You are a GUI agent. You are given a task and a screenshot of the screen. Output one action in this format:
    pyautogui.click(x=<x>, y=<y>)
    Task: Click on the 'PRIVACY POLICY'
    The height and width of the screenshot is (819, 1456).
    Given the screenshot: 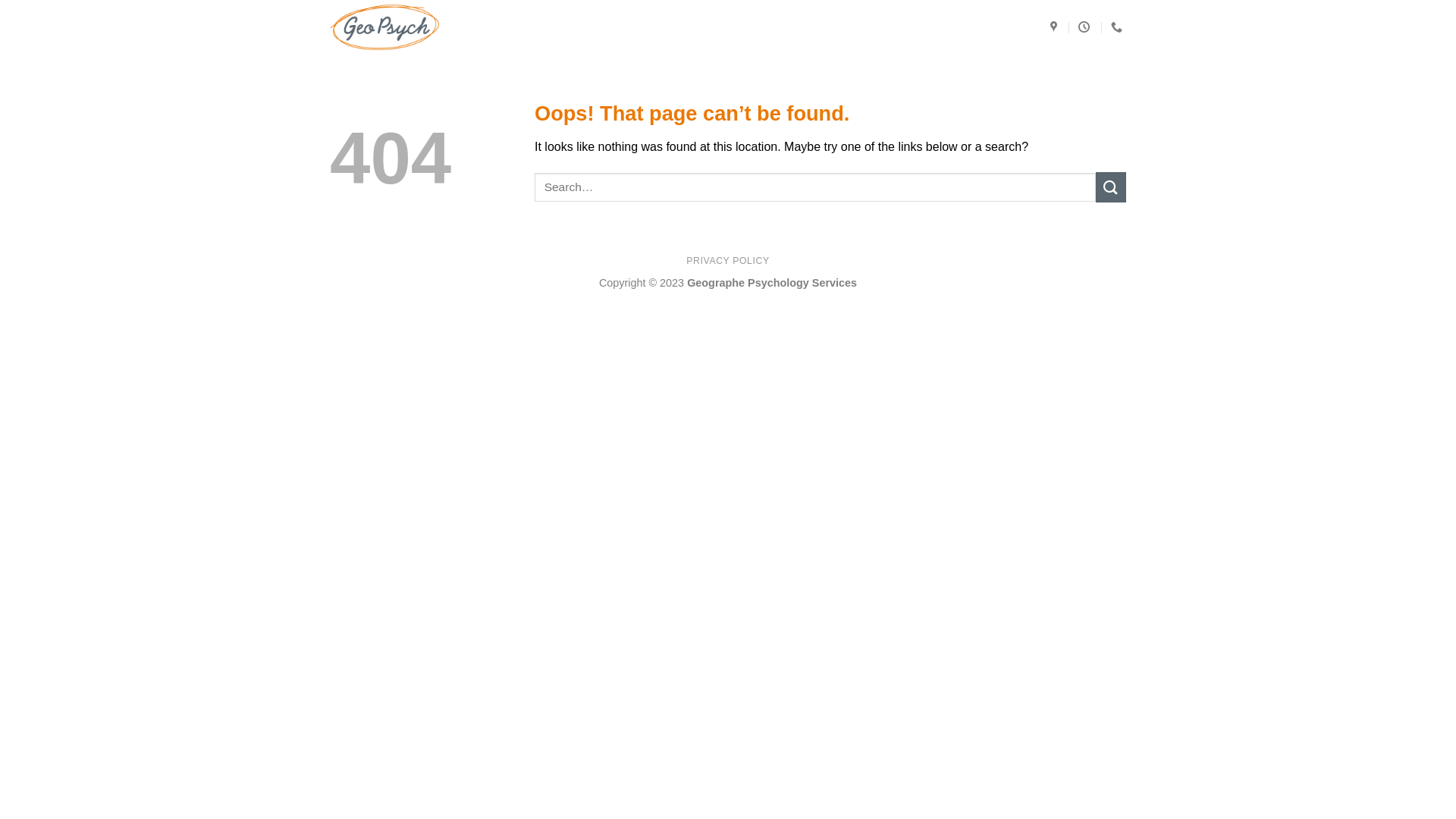 What is the action you would take?
    pyautogui.click(x=686, y=259)
    